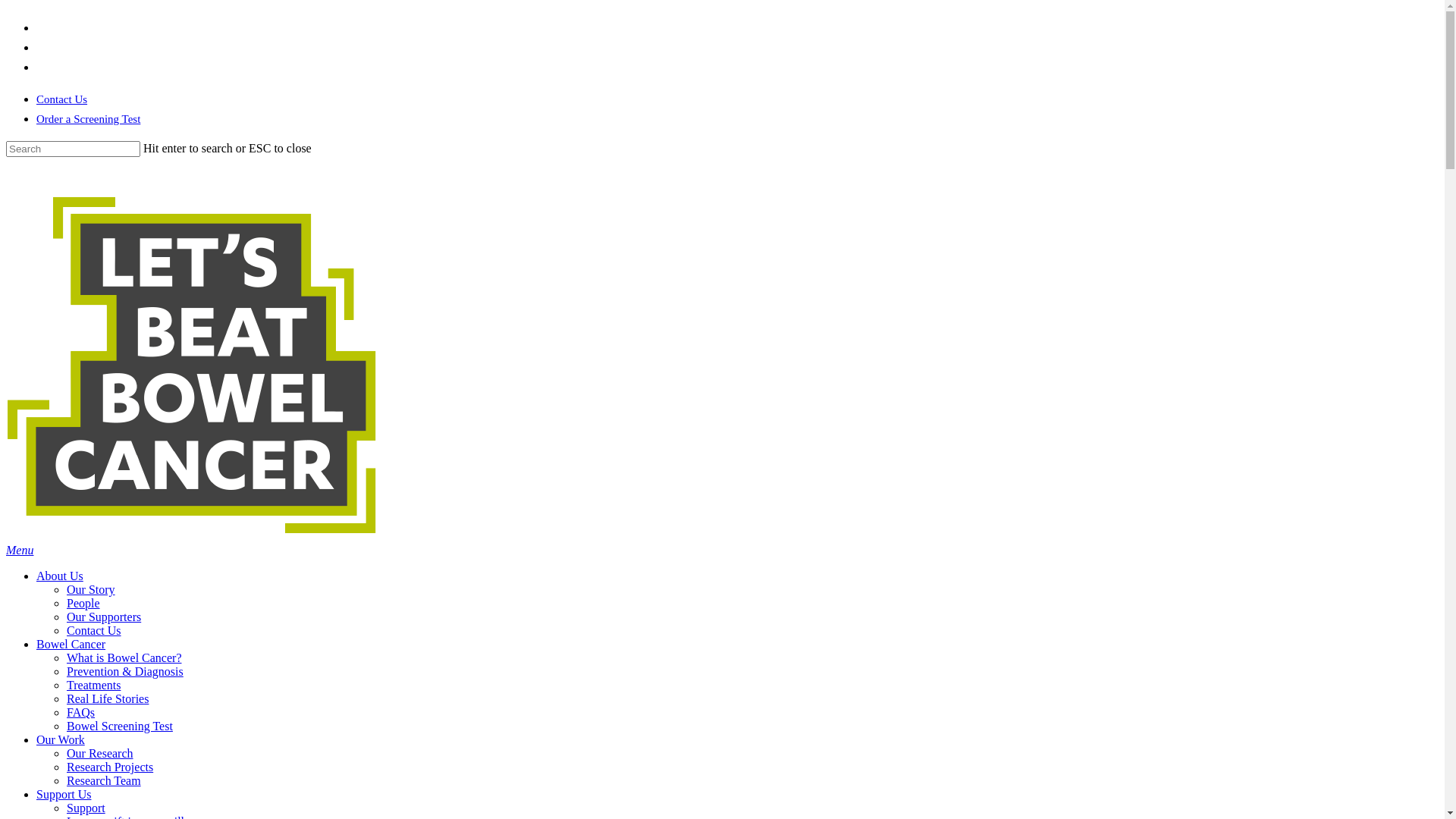 The image size is (1456, 819). What do you see at coordinates (61, 739) in the screenshot?
I see `'Our Work'` at bounding box center [61, 739].